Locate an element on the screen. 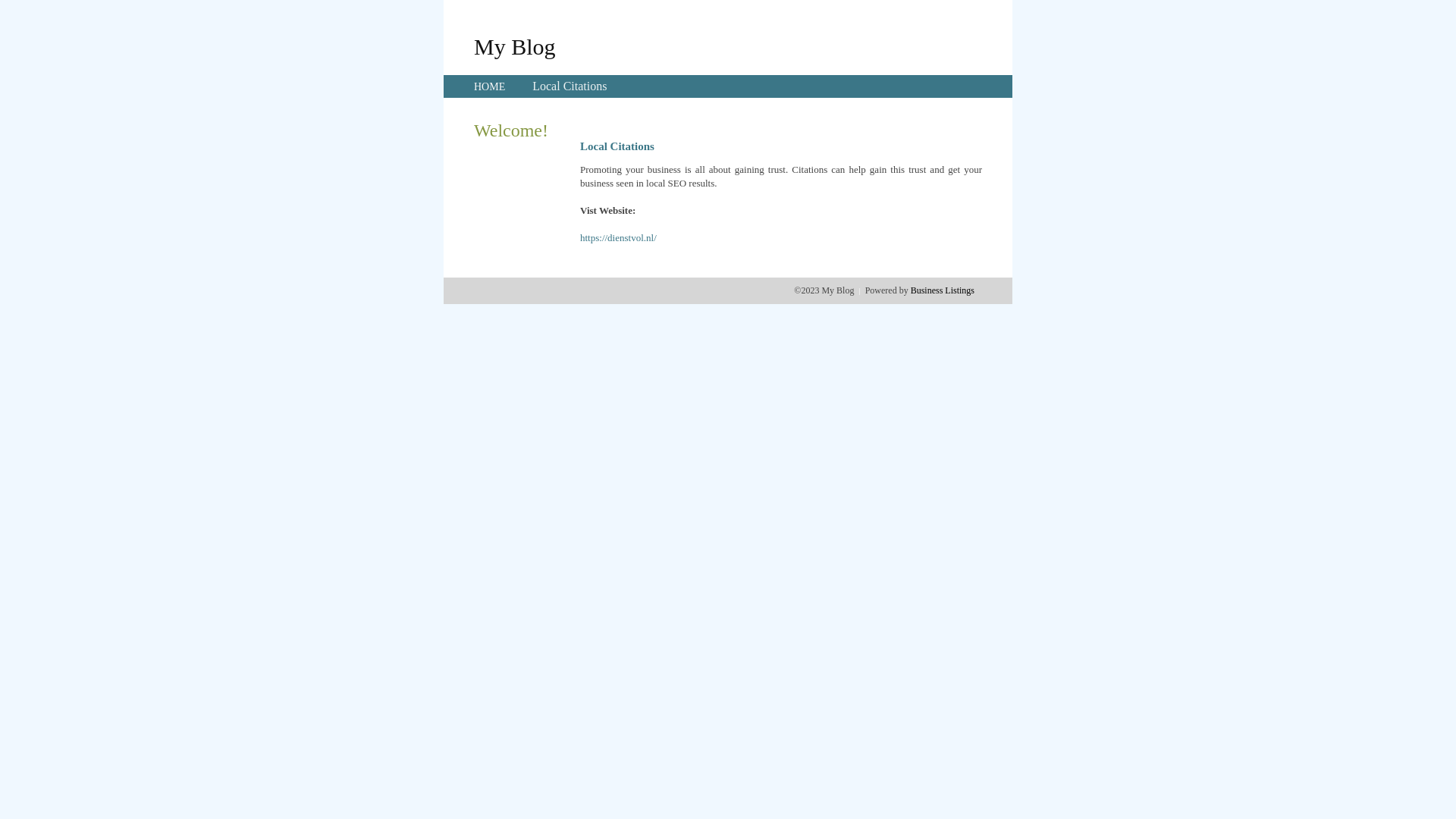  'HOME' is located at coordinates (489, 86).